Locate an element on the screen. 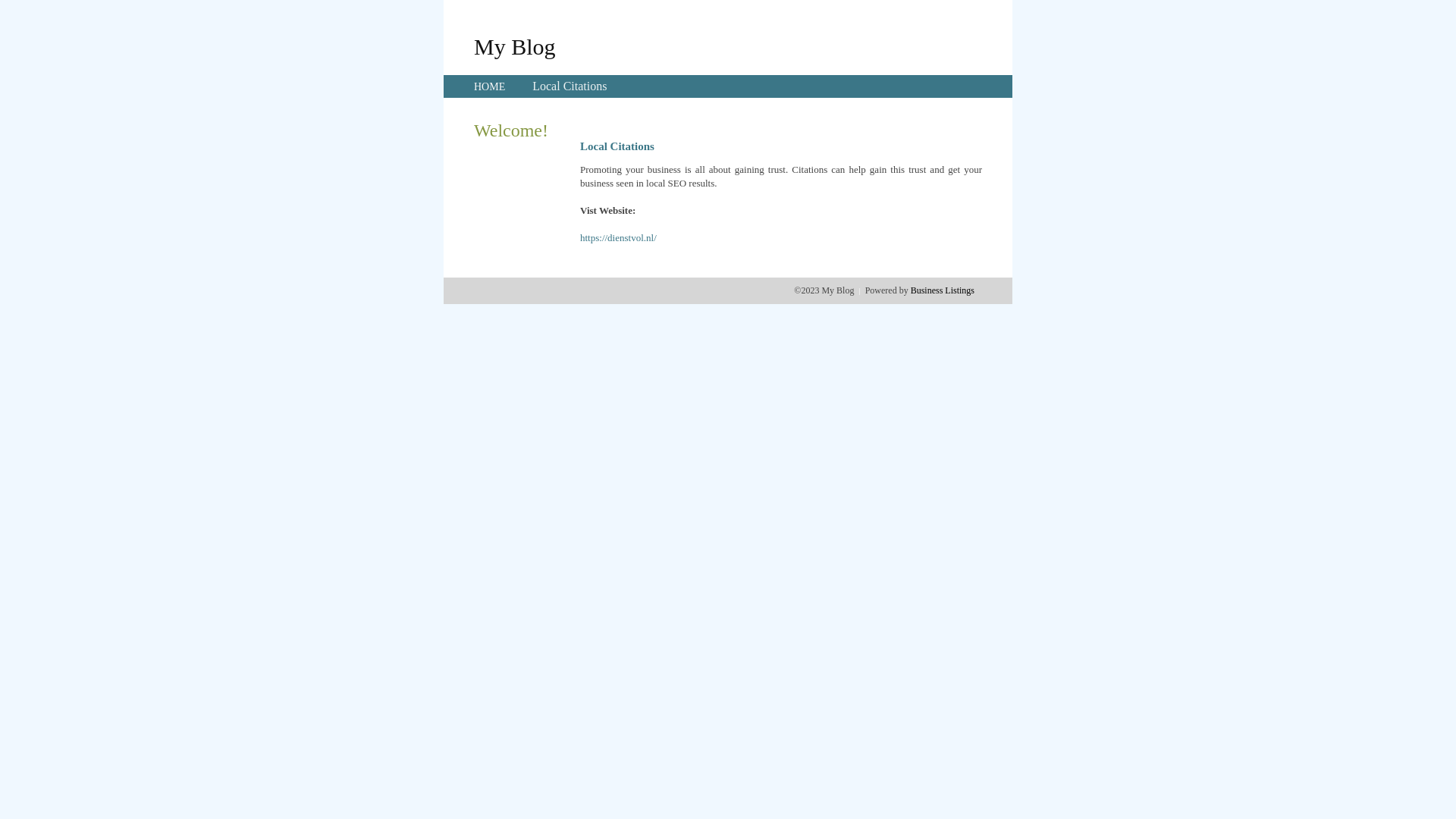  'HOME' is located at coordinates (489, 86).